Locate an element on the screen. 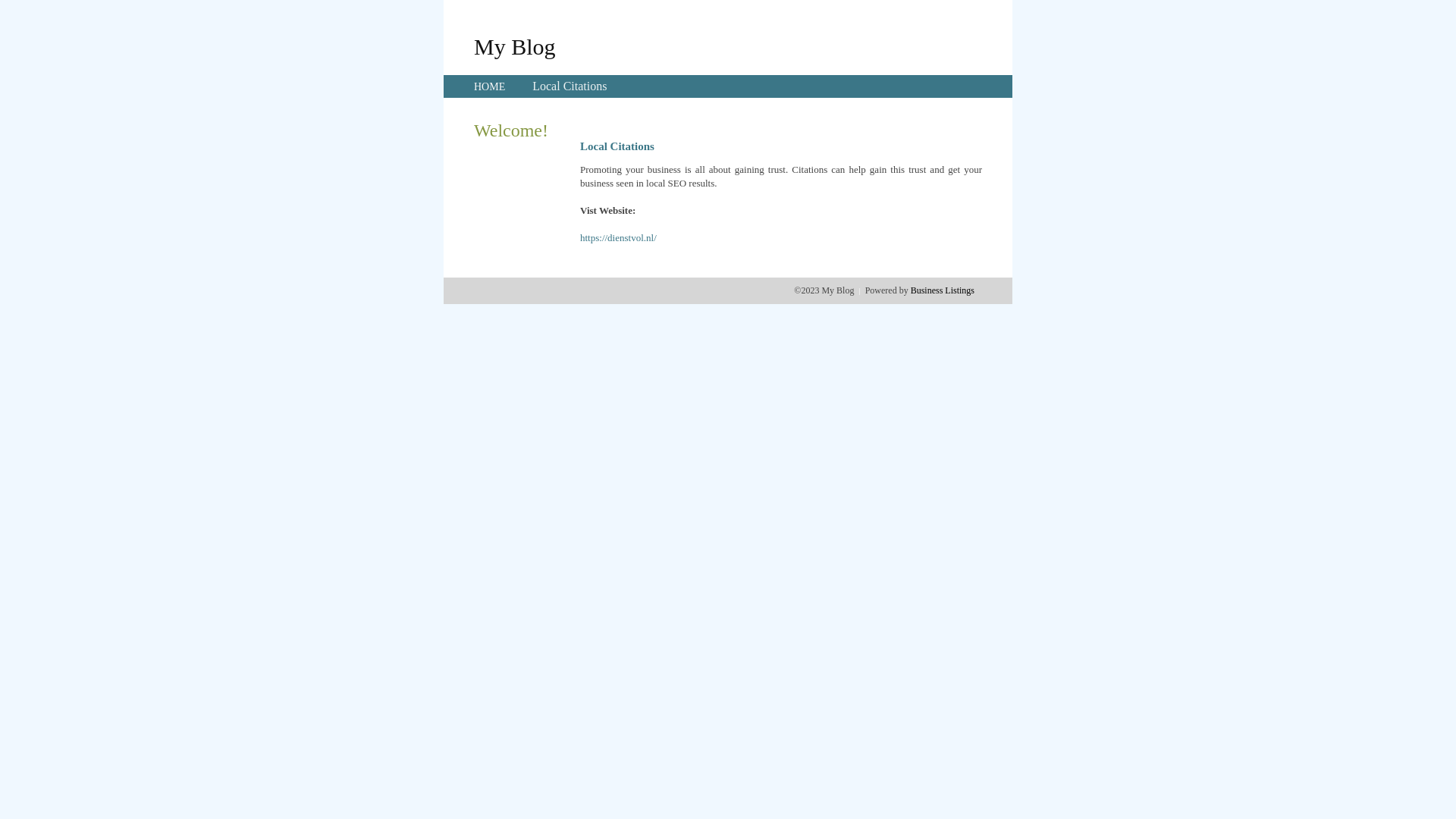  'HOME' is located at coordinates (489, 86).